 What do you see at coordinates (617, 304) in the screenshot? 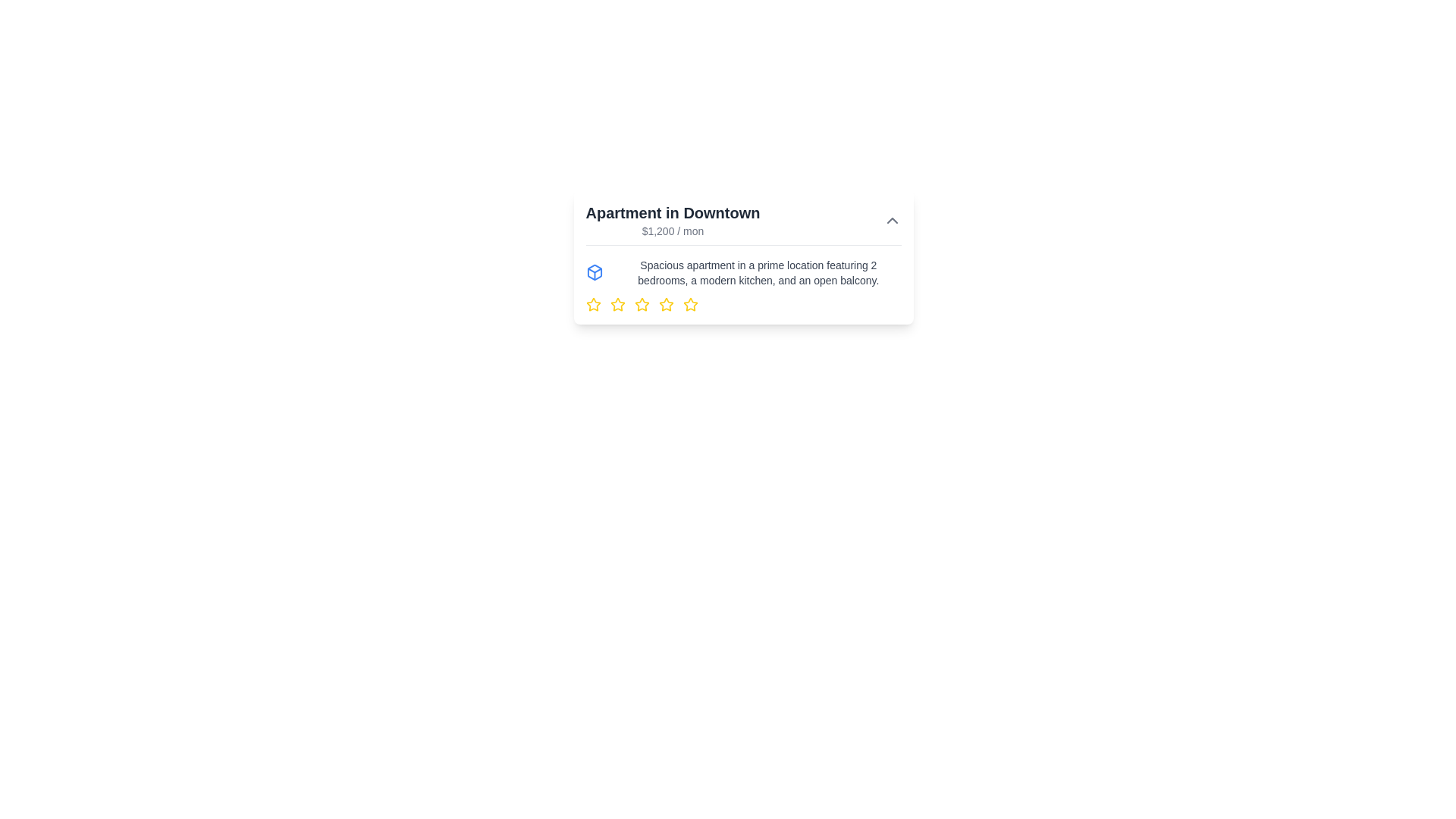
I see `the third star icon representing a rating level in the apartment listing, located below the description text` at bounding box center [617, 304].